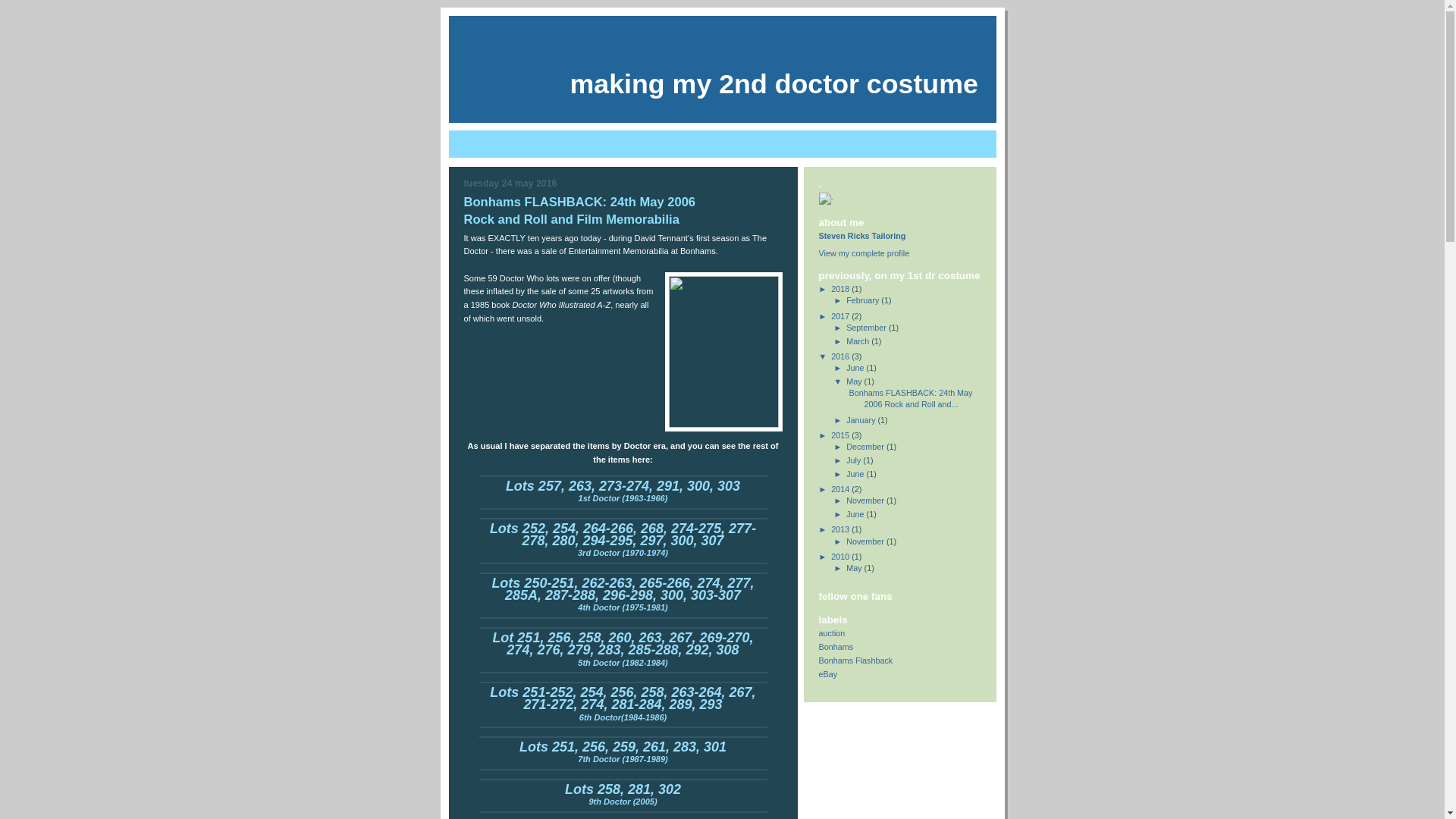 The image size is (1456, 819). Describe the element at coordinates (840, 356) in the screenshot. I see `'2016'` at that location.